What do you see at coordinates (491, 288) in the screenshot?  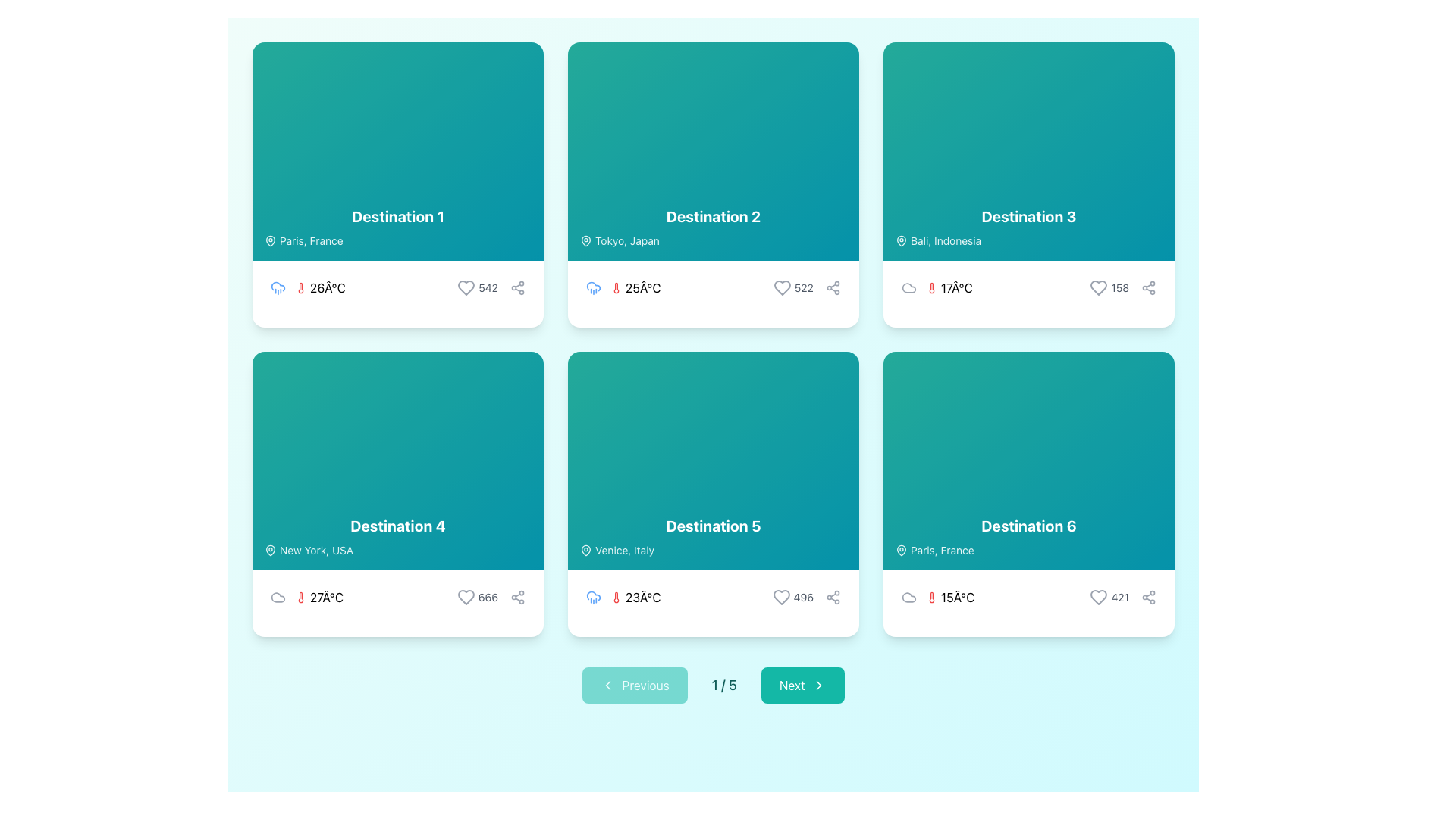 I see `the Text Label displaying the count of likes associated with the card's content, located to the right of the heart icon in the lower section of the 'Destination 1' card` at bounding box center [491, 288].